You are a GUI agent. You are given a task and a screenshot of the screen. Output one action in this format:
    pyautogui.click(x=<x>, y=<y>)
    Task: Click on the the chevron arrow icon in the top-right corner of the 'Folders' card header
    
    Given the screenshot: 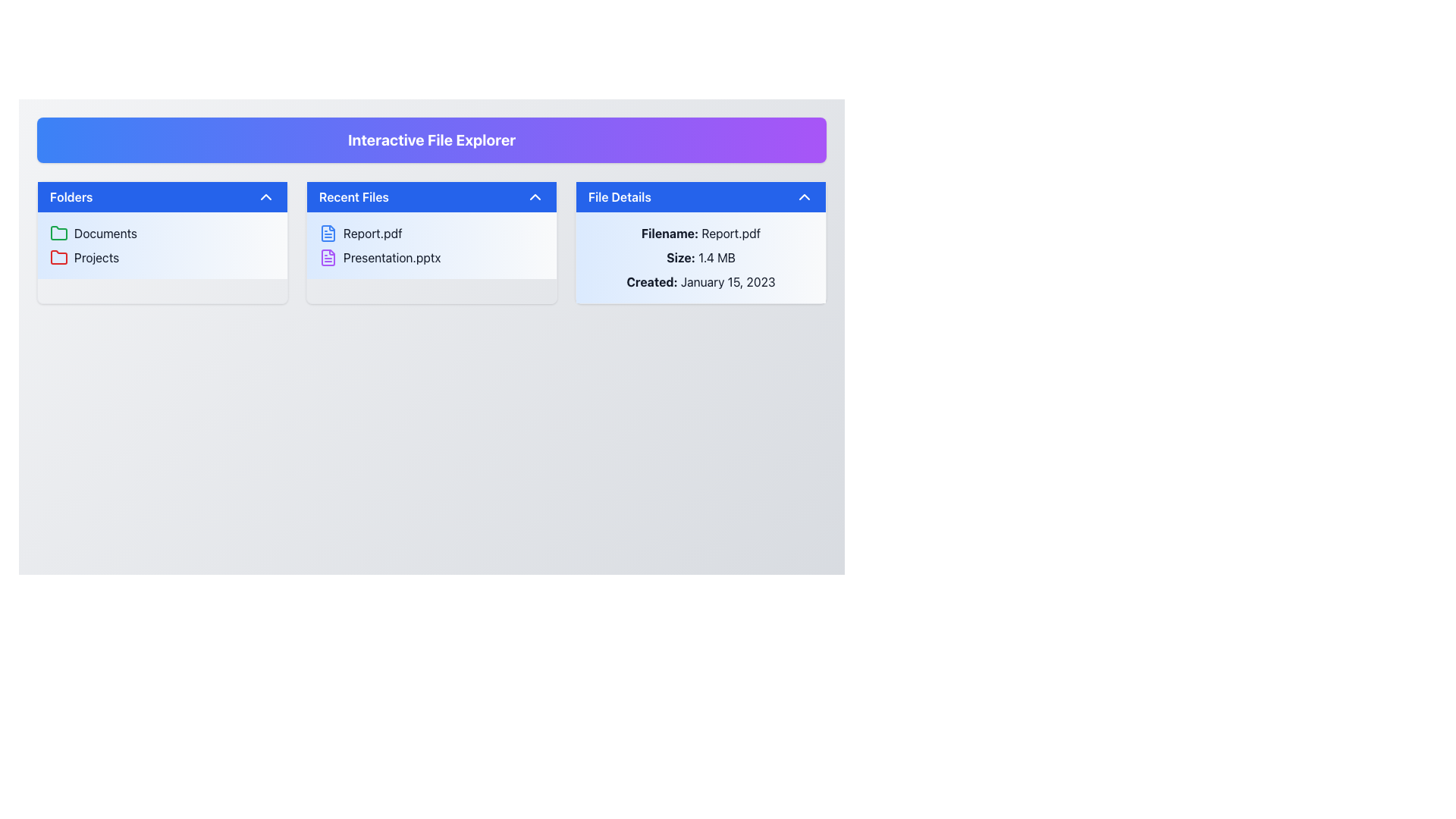 What is the action you would take?
    pyautogui.click(x=265, y=196)
    